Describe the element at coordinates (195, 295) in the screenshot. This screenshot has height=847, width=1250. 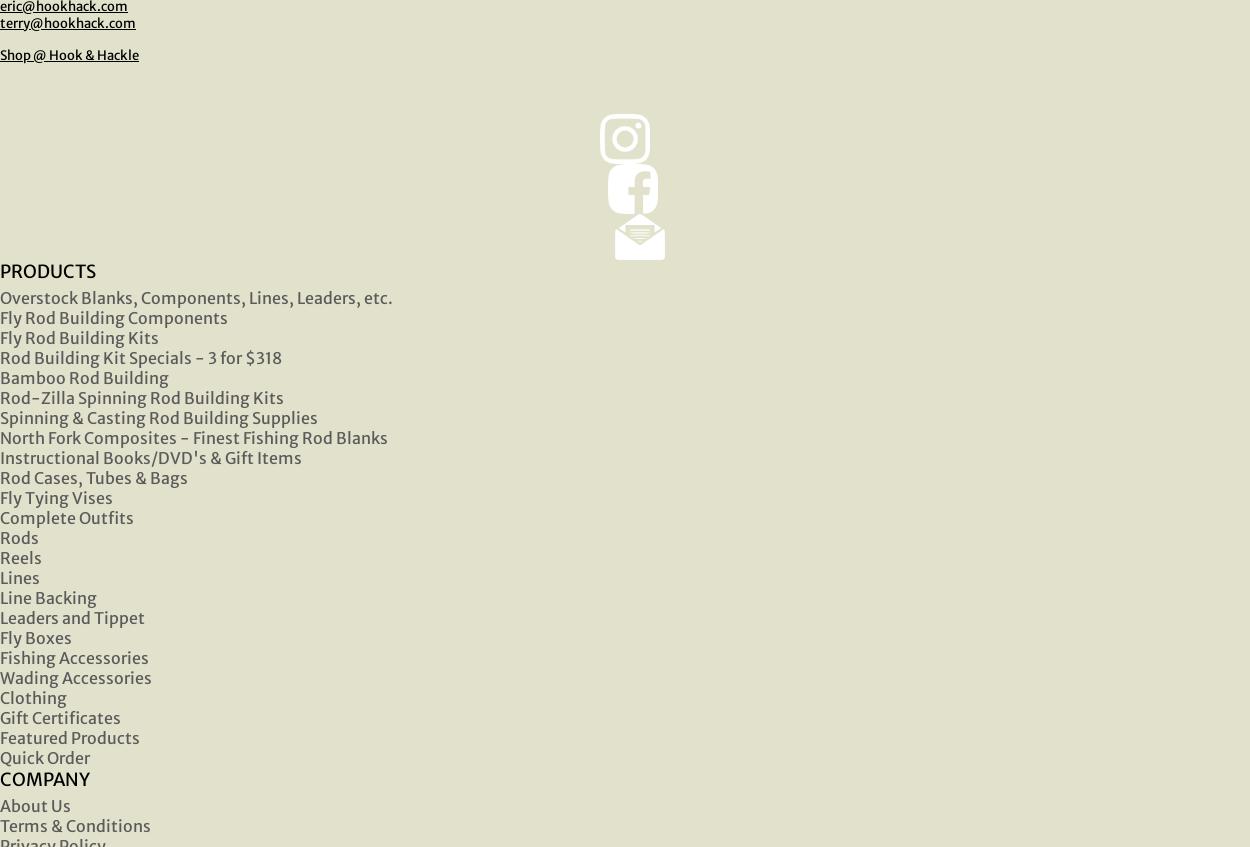
I see `'Overstock Blanks, Components, Lines, Leaders, etc.'` at that location.